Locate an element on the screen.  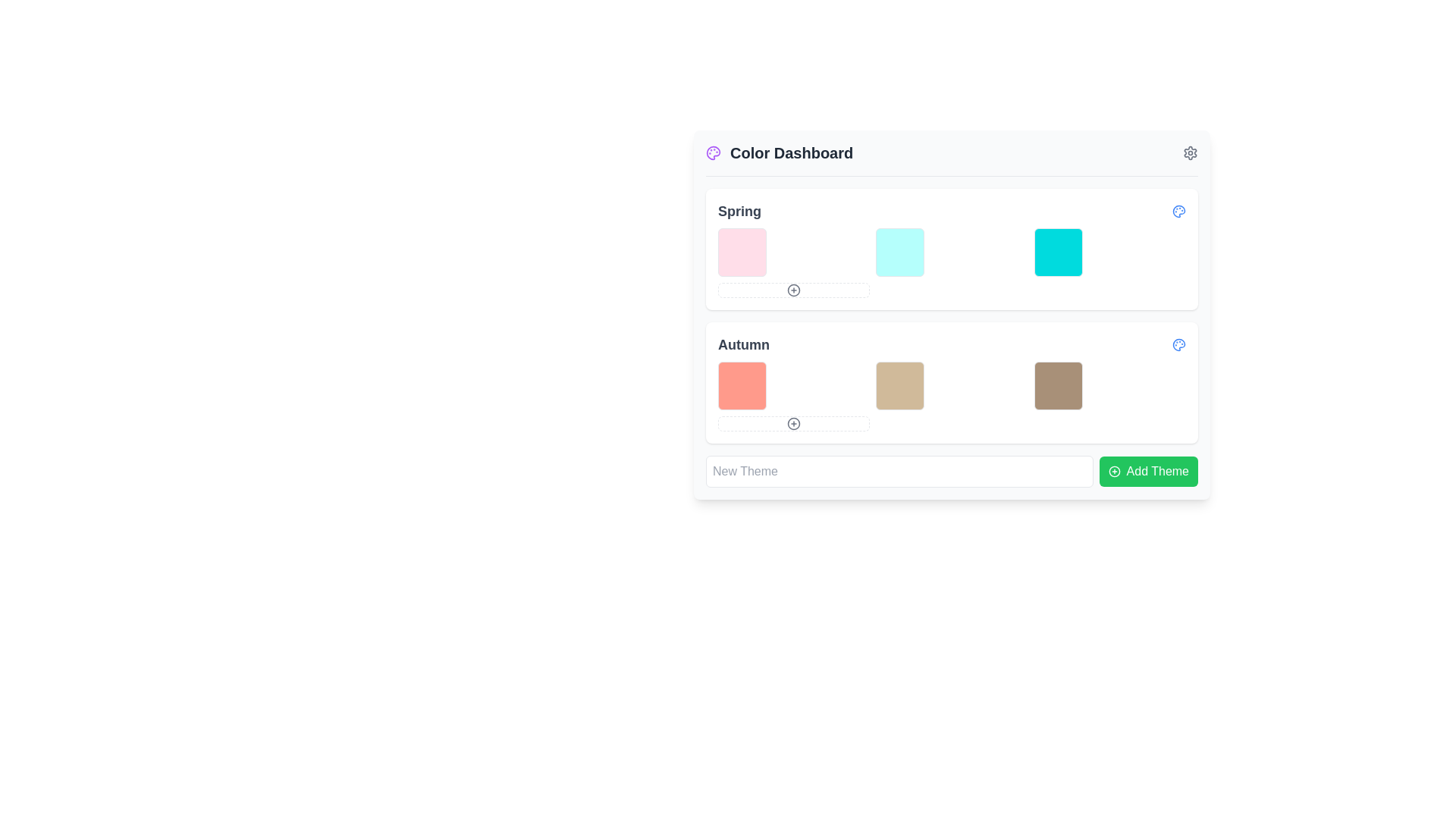
the circular button located in the 'Autumn' section below the colored square is located at coordinates (793, 424).